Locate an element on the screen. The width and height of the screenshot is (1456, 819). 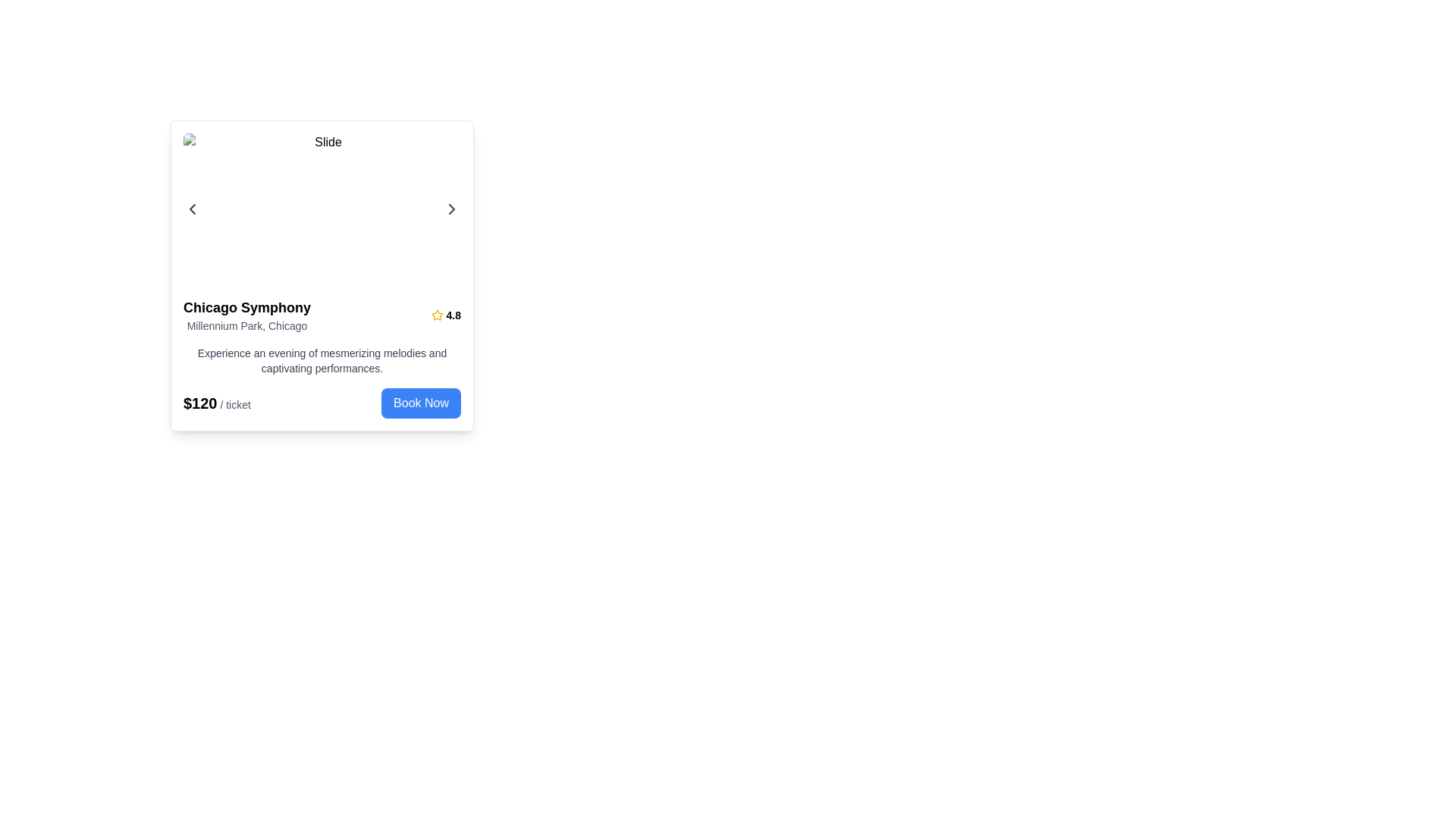
bold text element displaying 'Chicago Symphony' located at the upper part of the card component is located at coordinates (247, 307).